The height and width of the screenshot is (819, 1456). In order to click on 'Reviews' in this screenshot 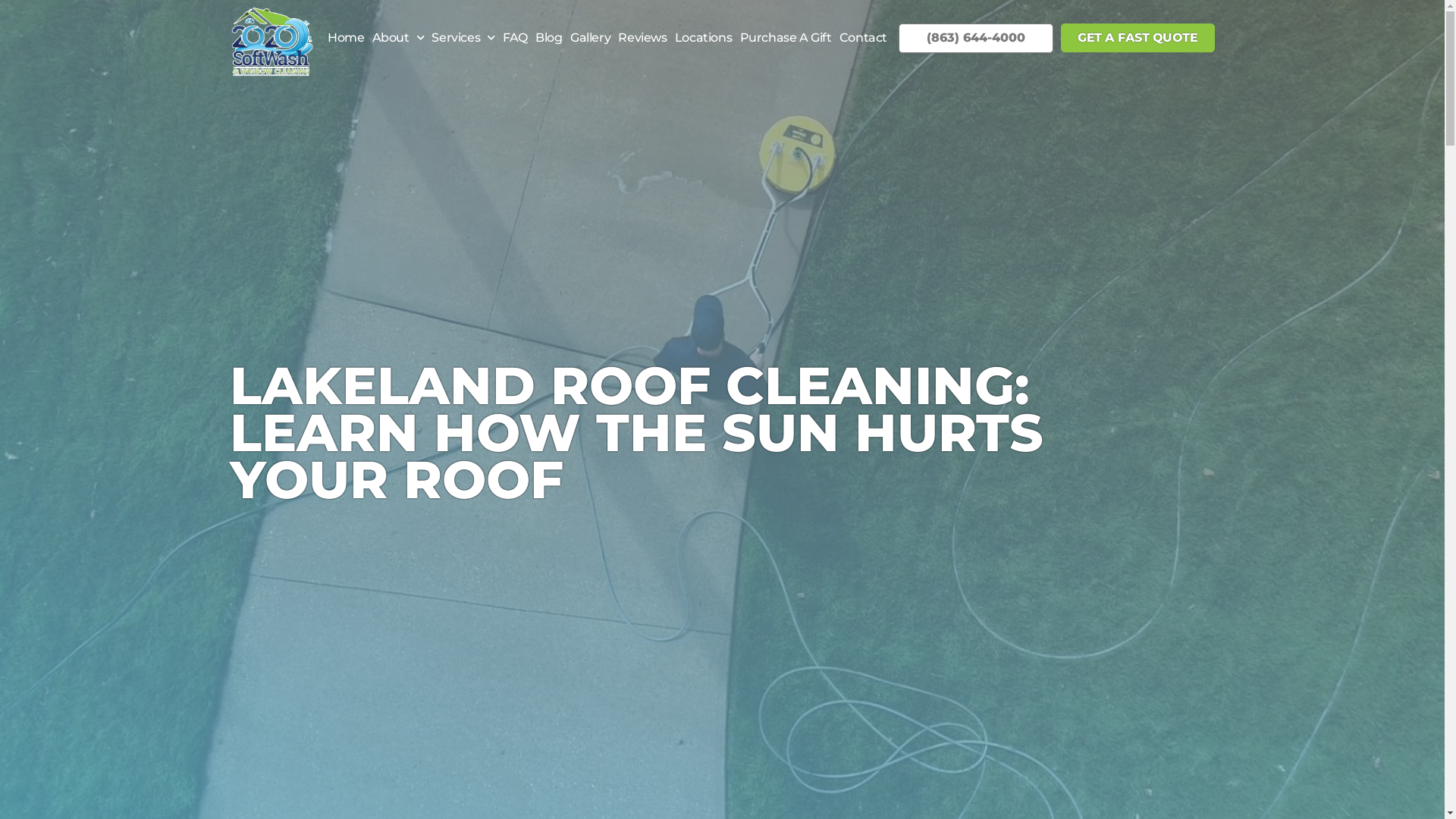, I will do `click(642, 37)`.